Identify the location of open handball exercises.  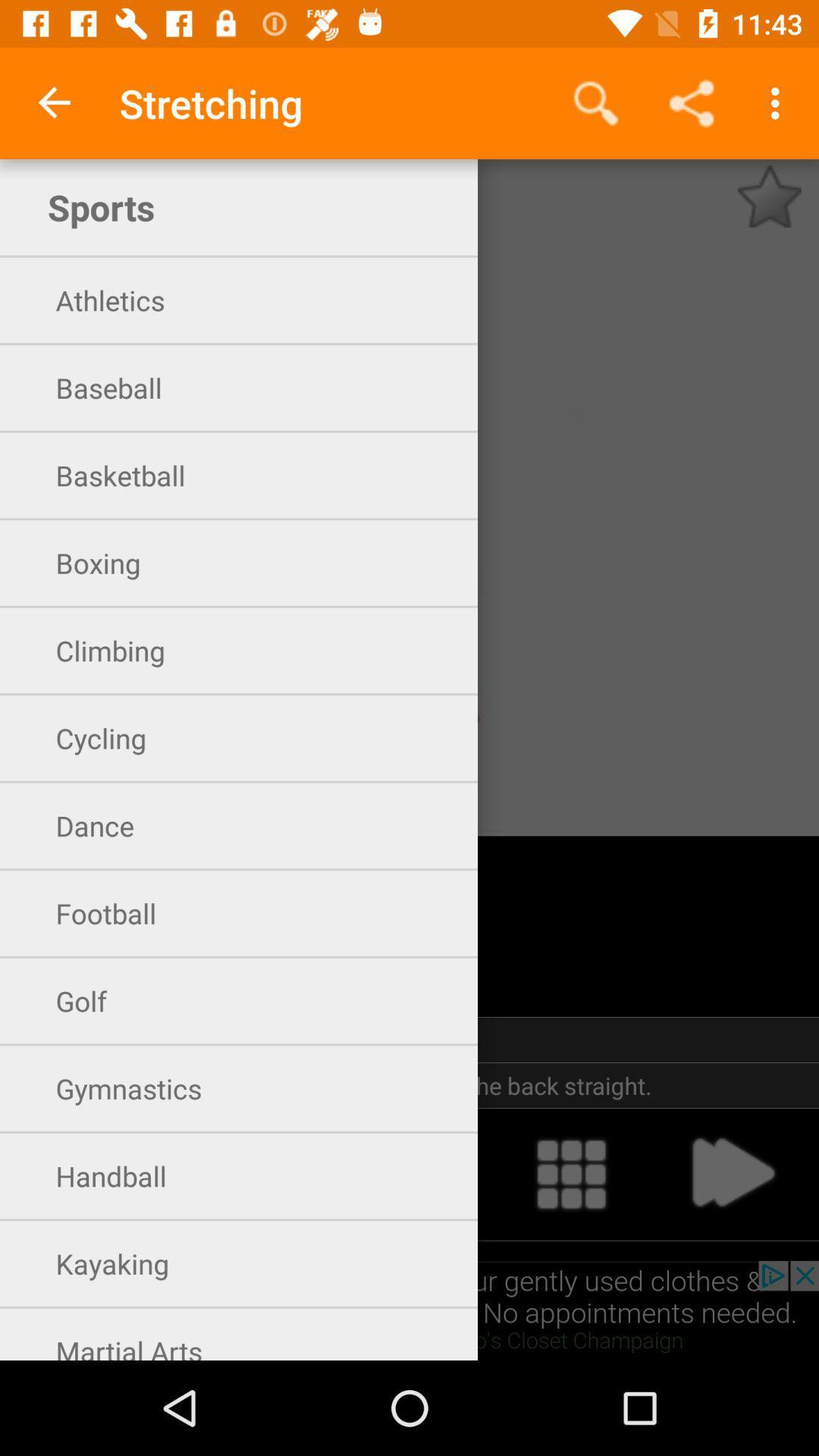
(86, 1173).